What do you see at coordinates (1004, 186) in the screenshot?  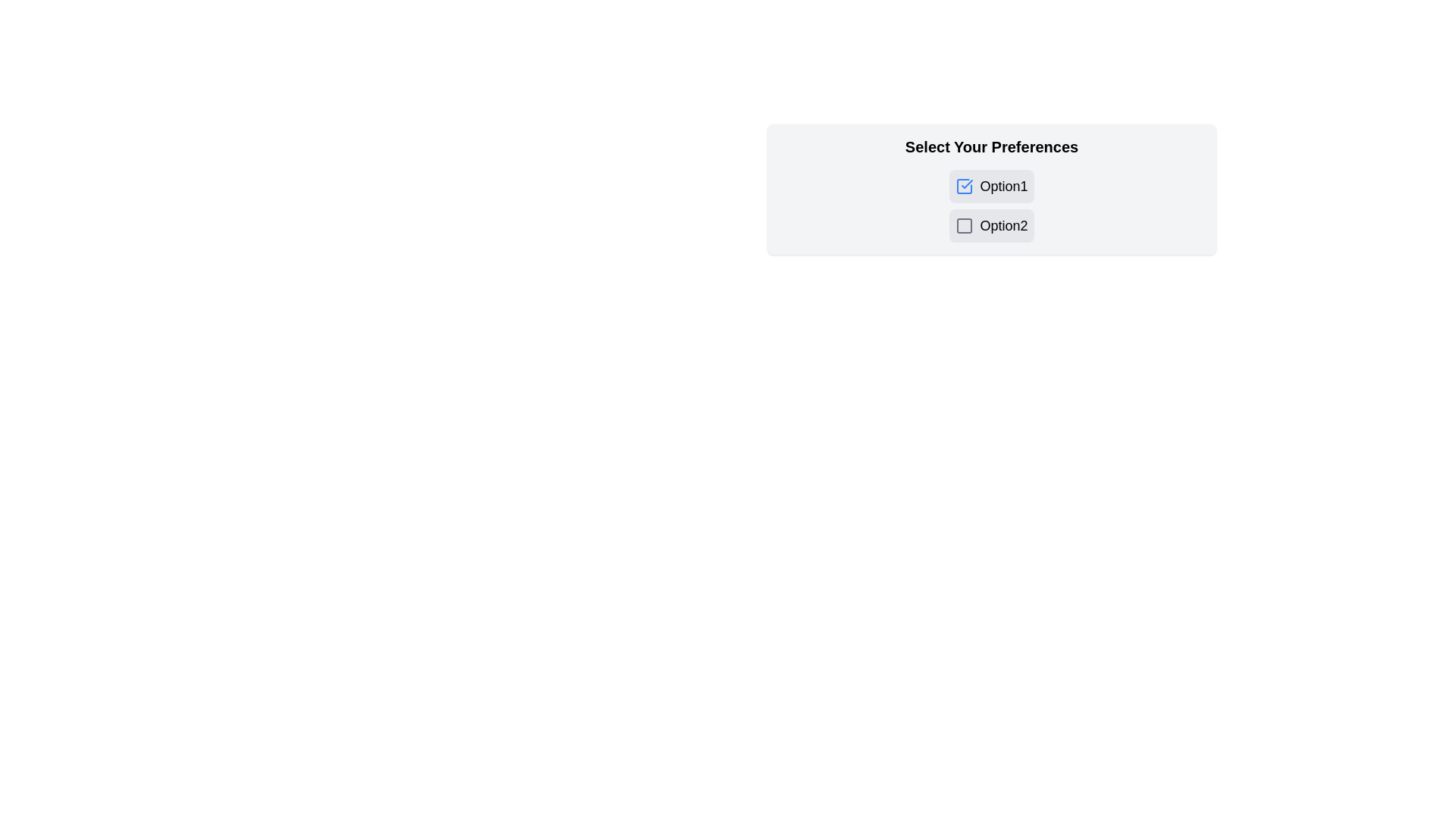 I see `the 'Option1' text label that identifies the first checkbox option under 'Select Your Preferences'` at bounding box center [1004, 186].